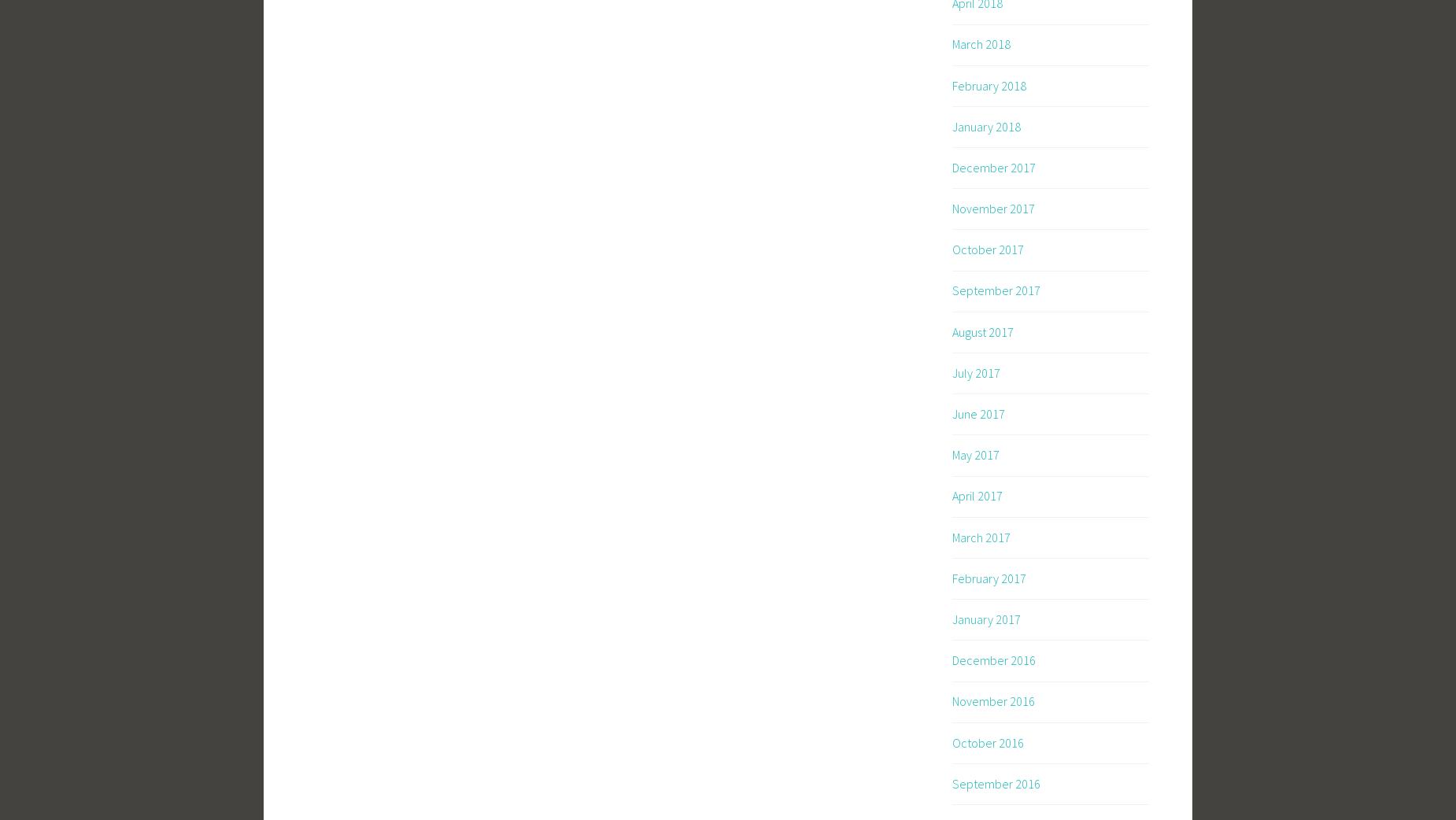  What do you see at coordinates (987, 741) in the screenshot?
I see `'October 2016'` at bounding box center [987, 741].